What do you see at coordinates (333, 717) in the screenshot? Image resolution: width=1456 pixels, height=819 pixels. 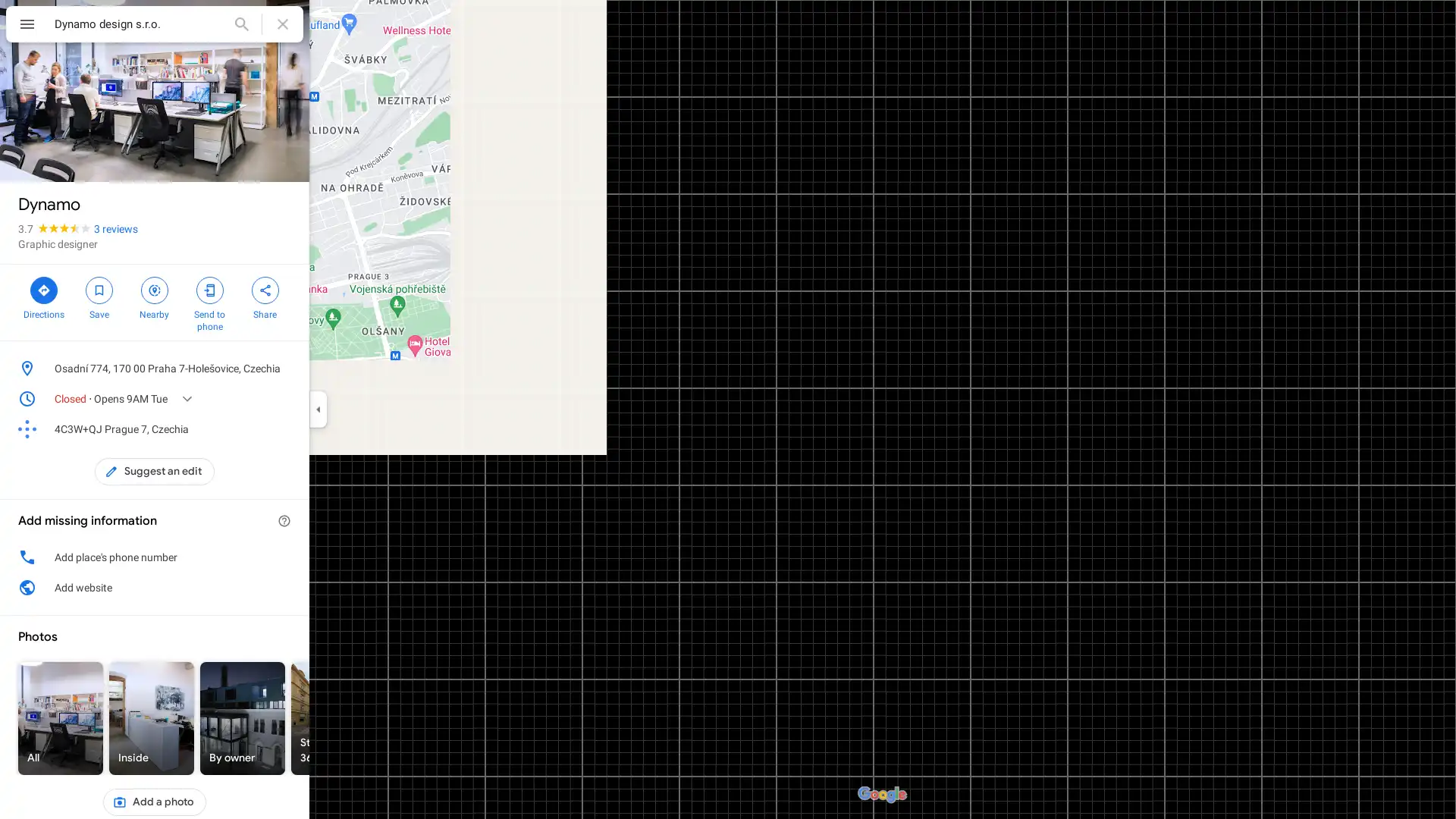 I see `Street View & 360` at bounding box center [333, 717].